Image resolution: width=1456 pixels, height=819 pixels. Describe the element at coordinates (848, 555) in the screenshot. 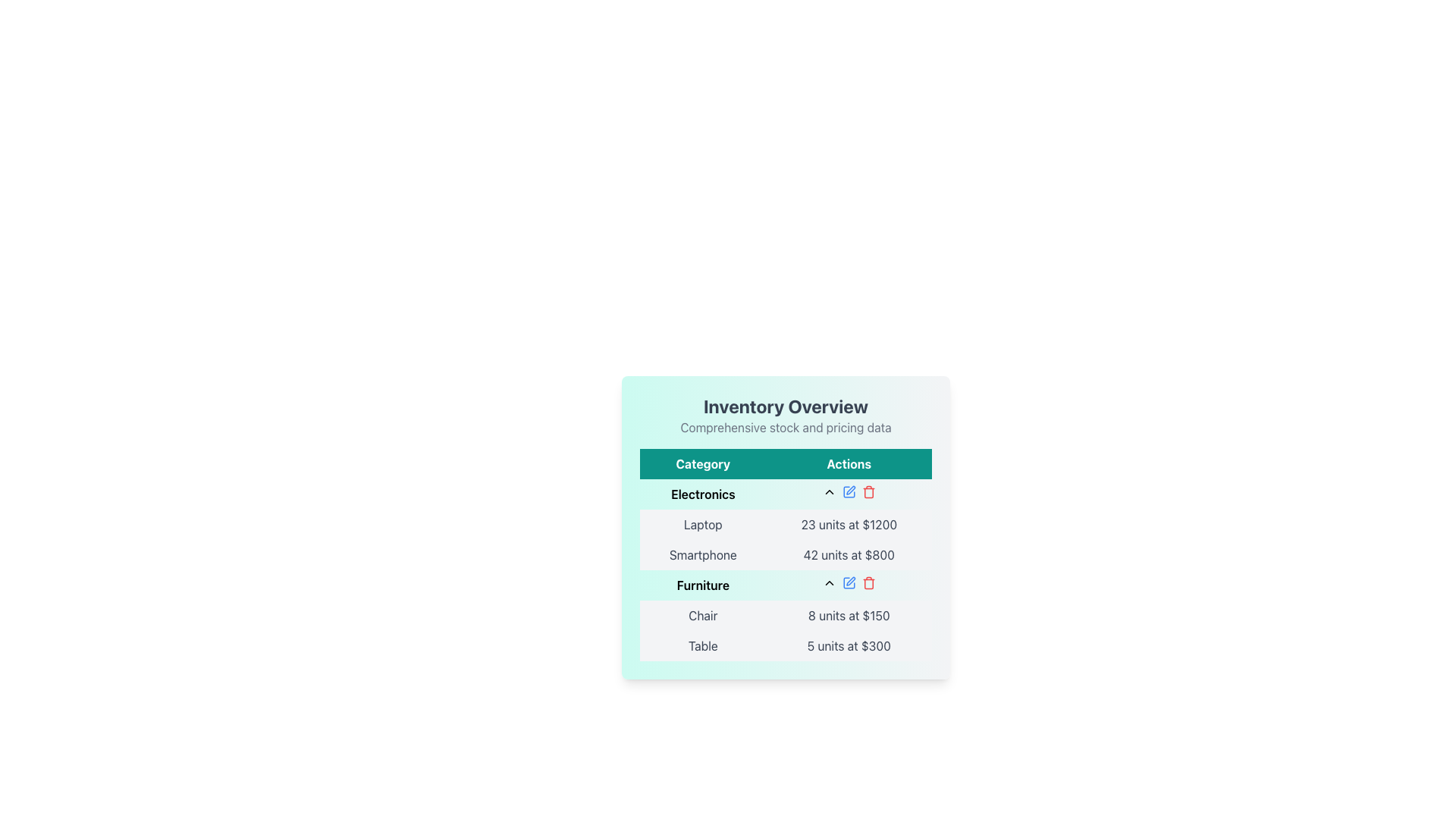

I see `the text label displaying '42 units at $800' located in the 'Electronics' category of the 'Inventory Overview' table, next to the 'Smartphone' label` at that location.